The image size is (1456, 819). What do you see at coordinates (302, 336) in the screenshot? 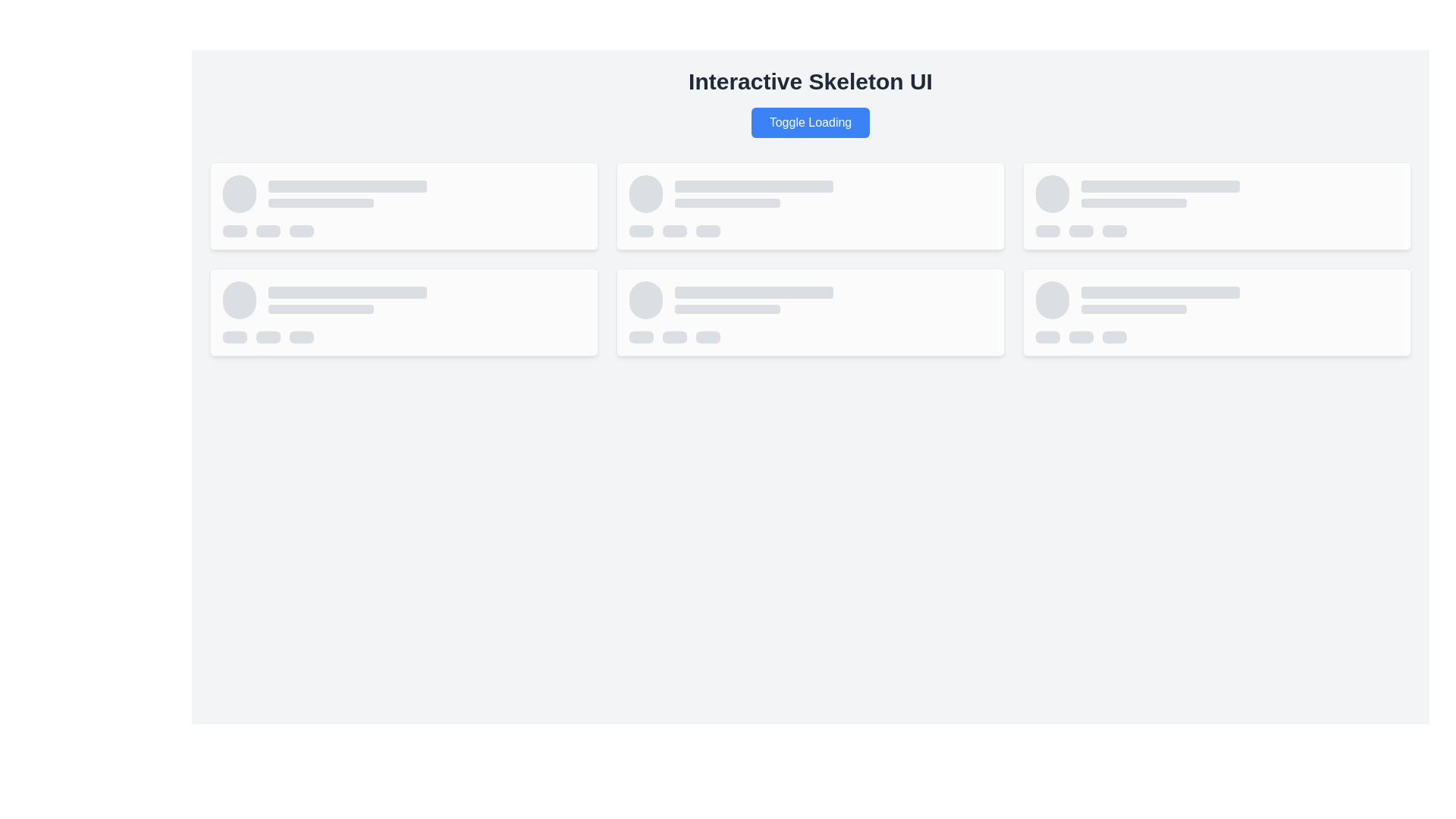
I see `the disabled button, which is the third button in a horizontal group of three buttons located near the bottom of the card in the second row of the layout` at bounding box center [302, 336].